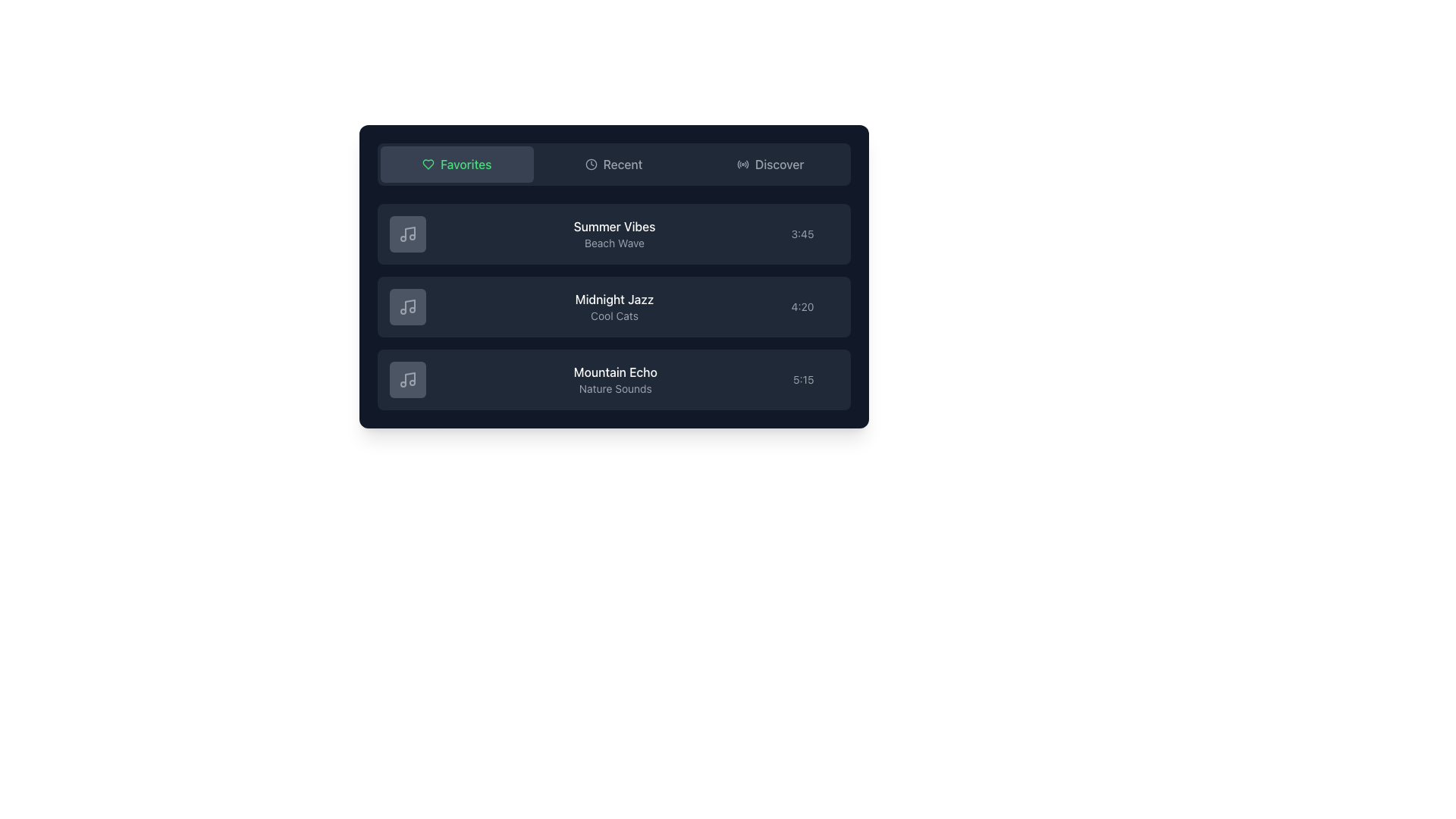  What do you see at coordinates (802, 379) in the screenshot?
I see `the static text label indicating the duration or timestamp of the audio track, positioned to the left of a circular clickable icon in the bottom entry of the list within a card interface` at bounding box center [802, 379].